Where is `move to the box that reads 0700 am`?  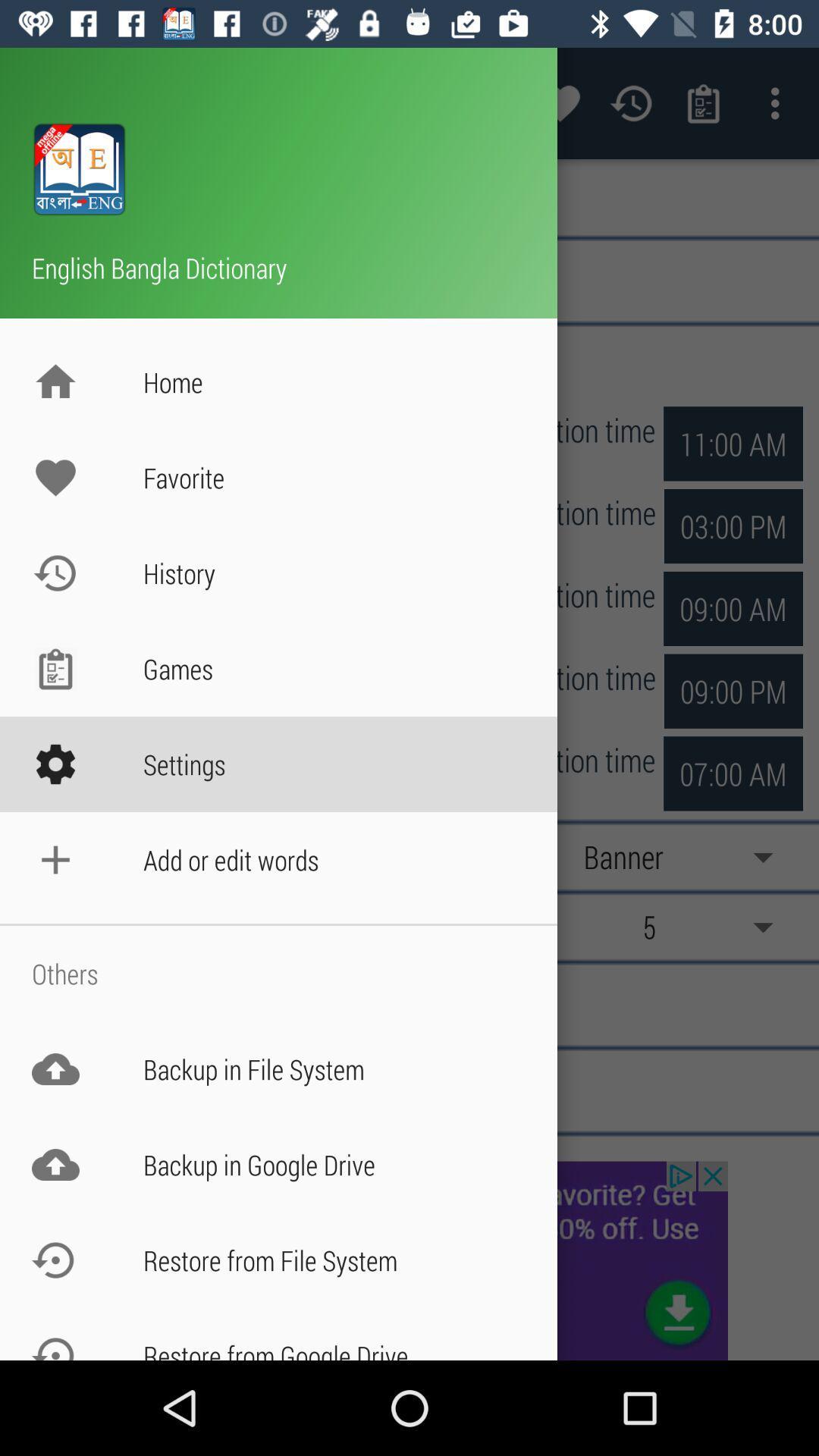
move to the box that reads 0700 am is located at coordinates (733, 691).